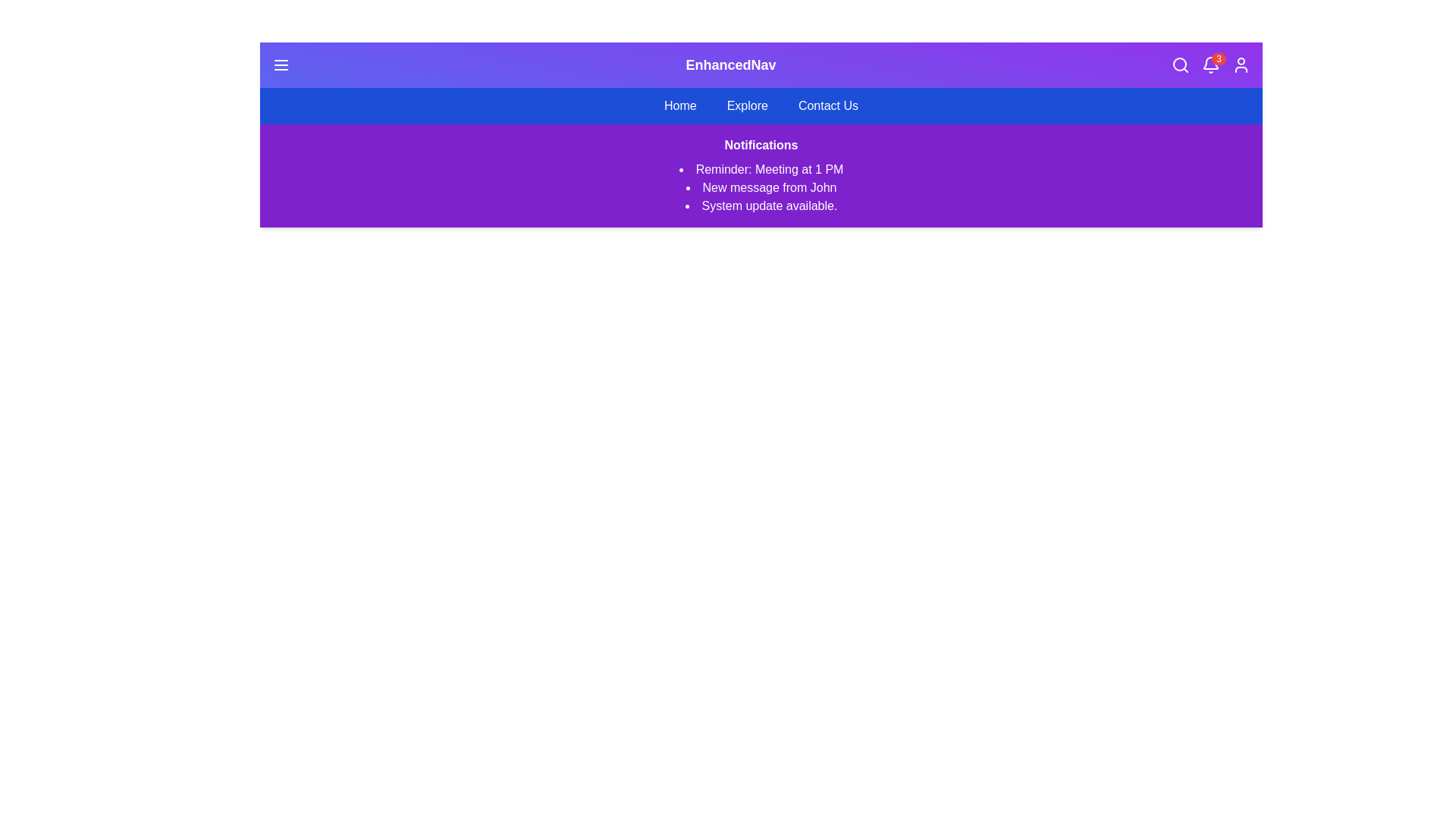  What do you see at coordinates (679, 105) in the screenshot?
I see `the 'Home' button in the navigation bar` at bounding box center [679, 105].